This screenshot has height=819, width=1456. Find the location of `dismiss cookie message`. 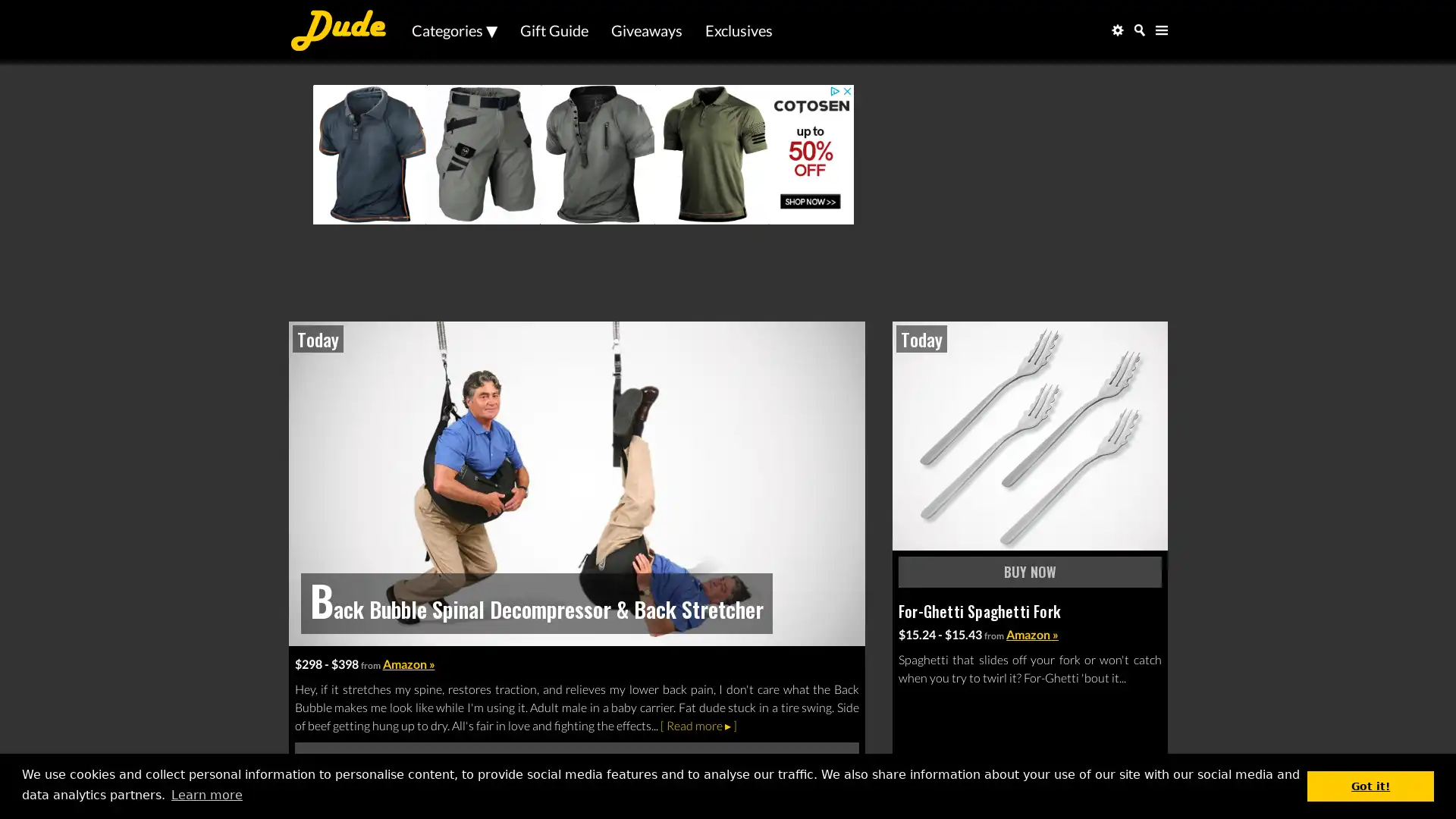

dismiss cookie message is located at coordinates (1370, 785).